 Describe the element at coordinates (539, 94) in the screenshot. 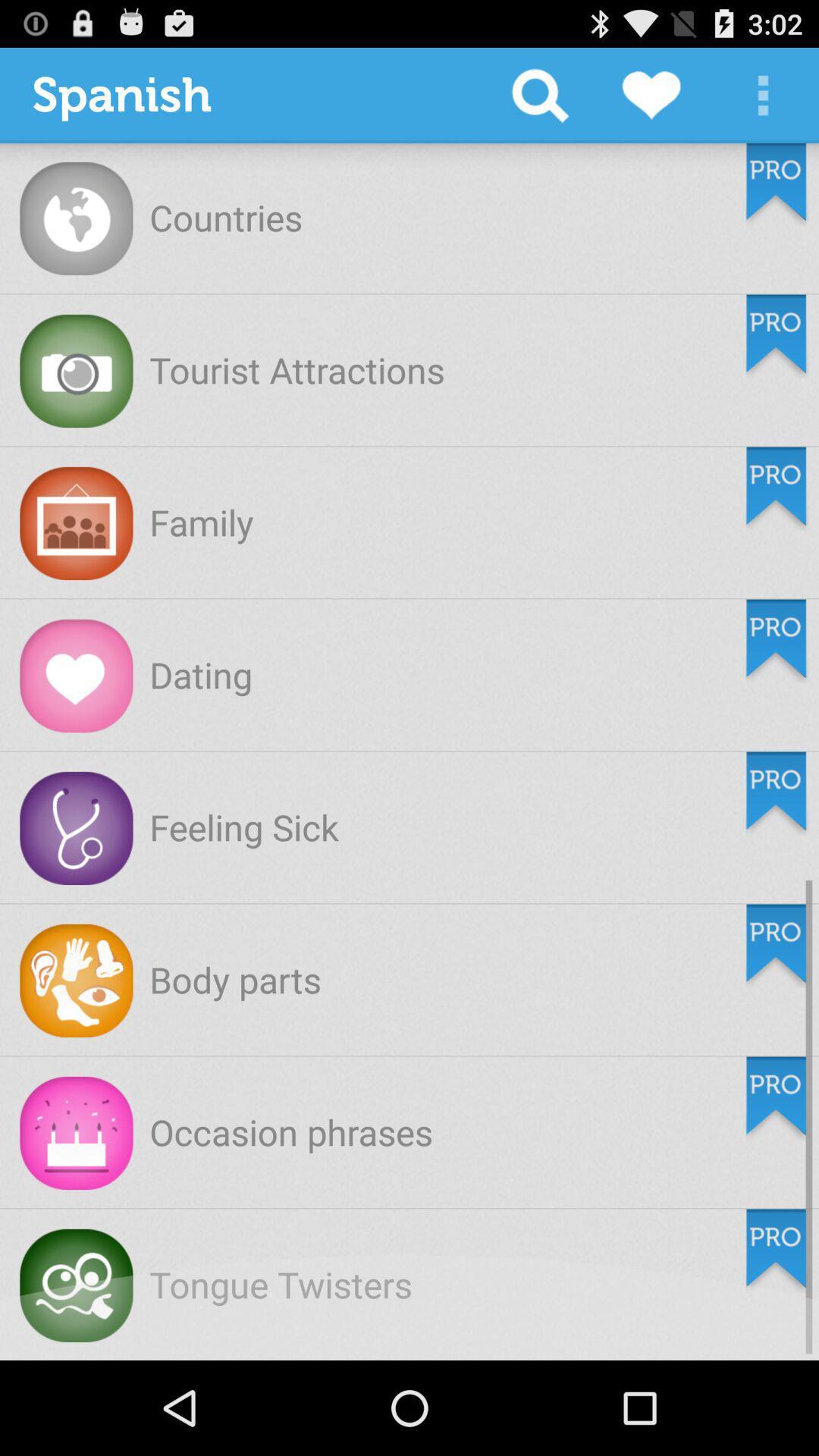

I see `icon next to the spanish icon` at that location.